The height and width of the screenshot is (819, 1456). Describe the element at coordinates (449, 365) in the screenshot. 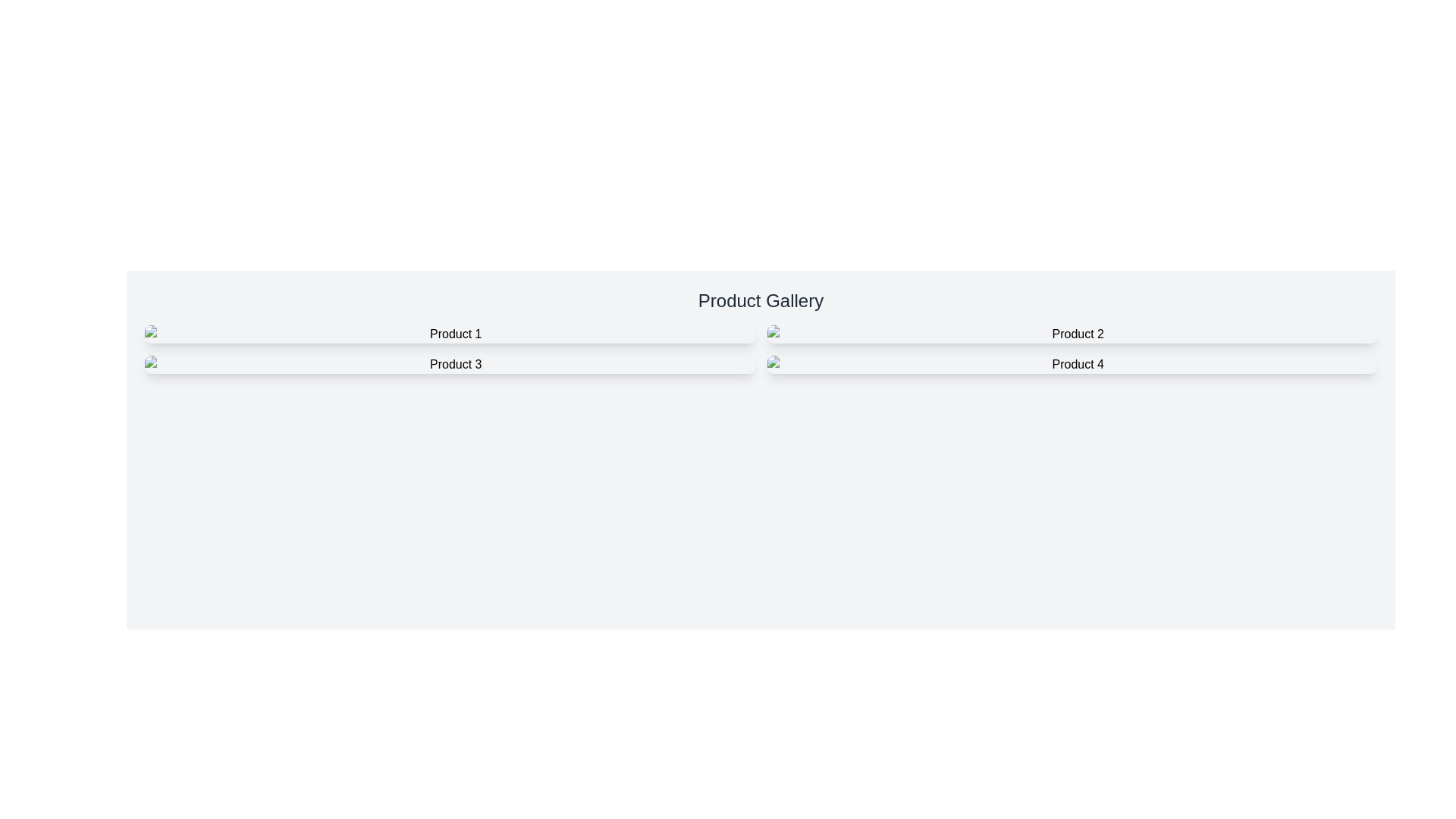

I see `the Clickable product card labeled 'Product 3' in the second row, first column of the product gallery` at that location.